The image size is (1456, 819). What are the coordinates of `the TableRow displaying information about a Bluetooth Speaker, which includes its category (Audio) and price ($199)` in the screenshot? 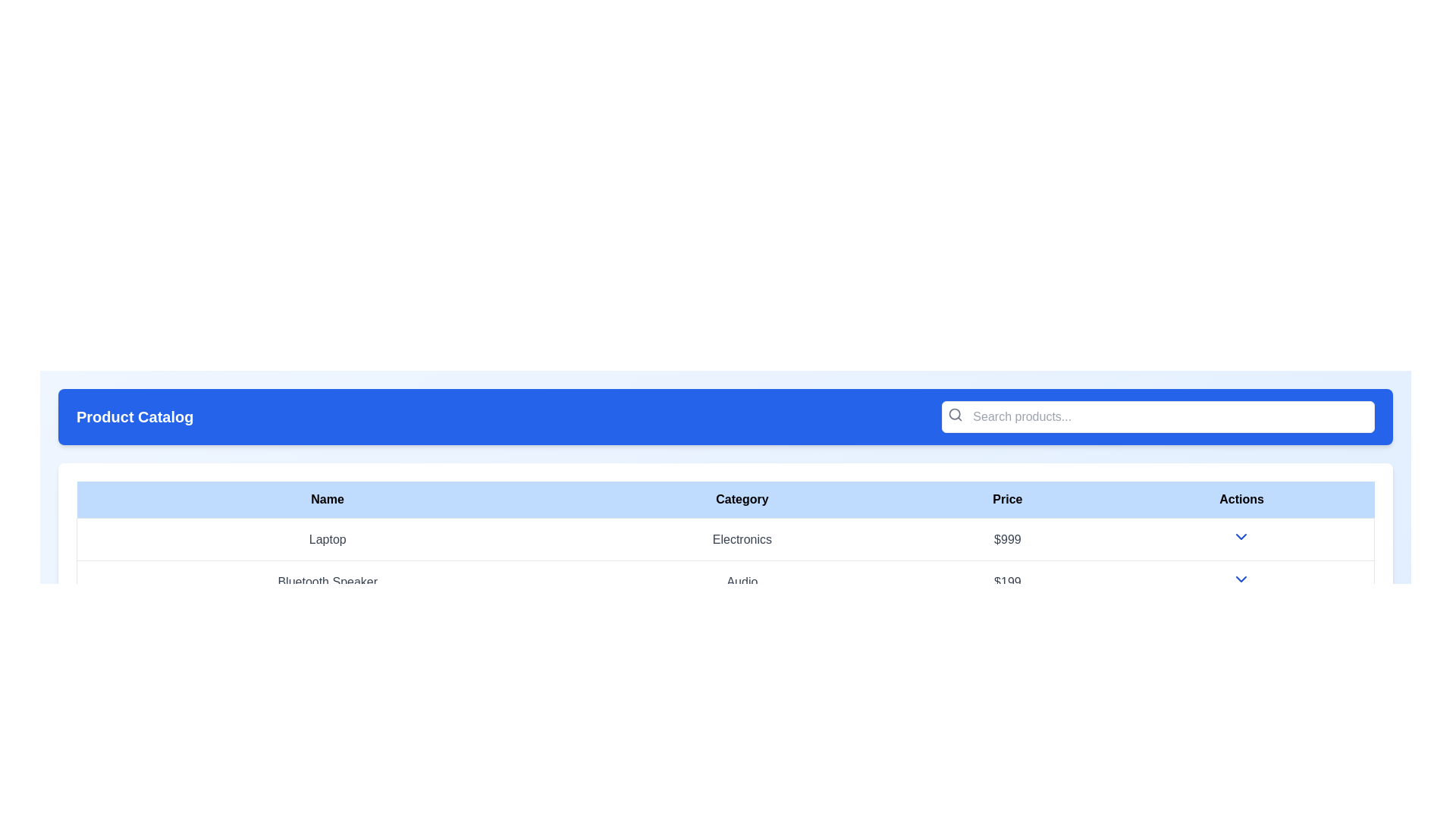 It's located at (724, 581).